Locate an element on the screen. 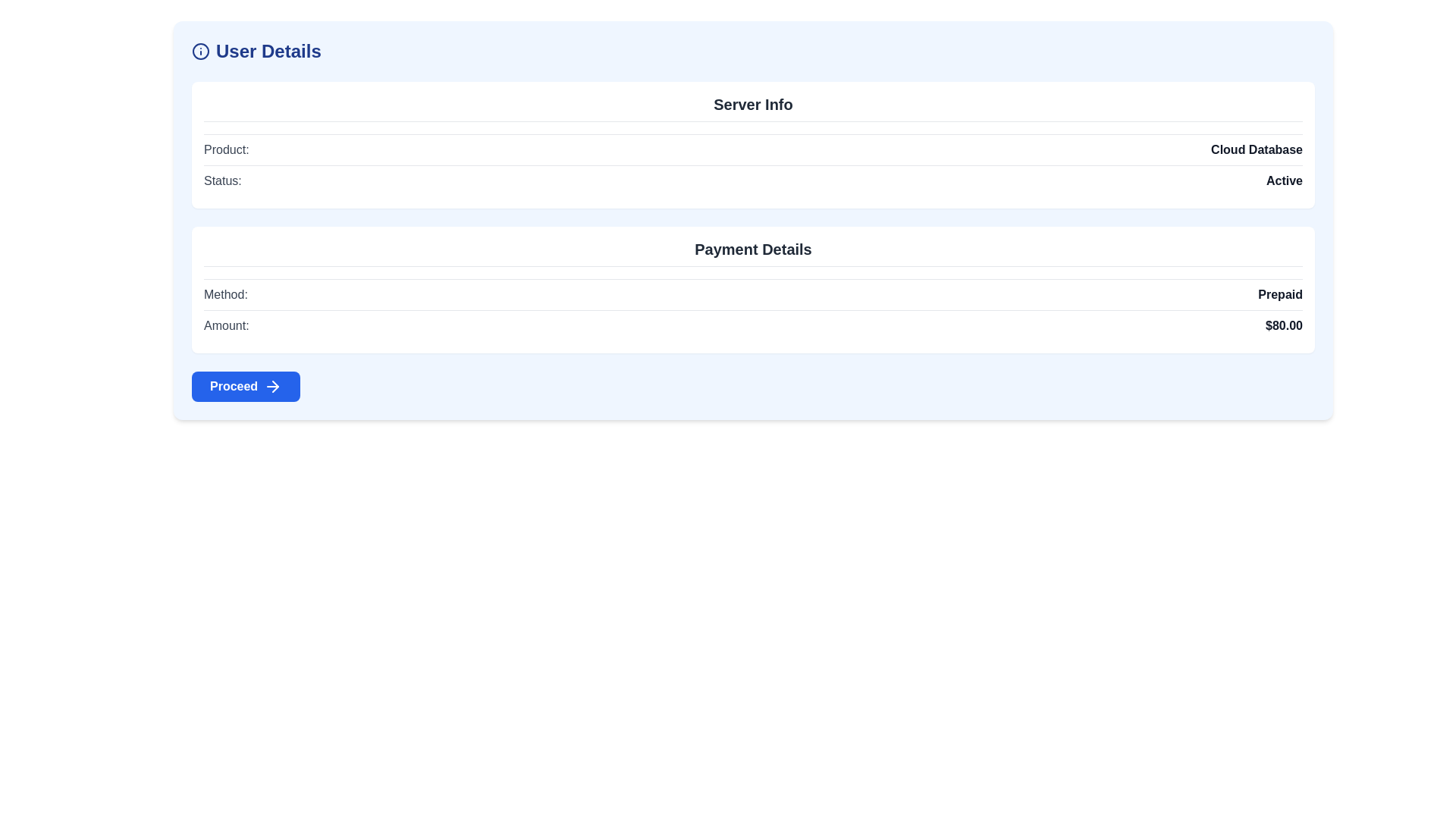 The height and width of the screenshot is (819, 1456). the static text indicating the current status of an associated entity or service, which is located to the right of the 'Status:' label is located at coordinates (1284, 180).